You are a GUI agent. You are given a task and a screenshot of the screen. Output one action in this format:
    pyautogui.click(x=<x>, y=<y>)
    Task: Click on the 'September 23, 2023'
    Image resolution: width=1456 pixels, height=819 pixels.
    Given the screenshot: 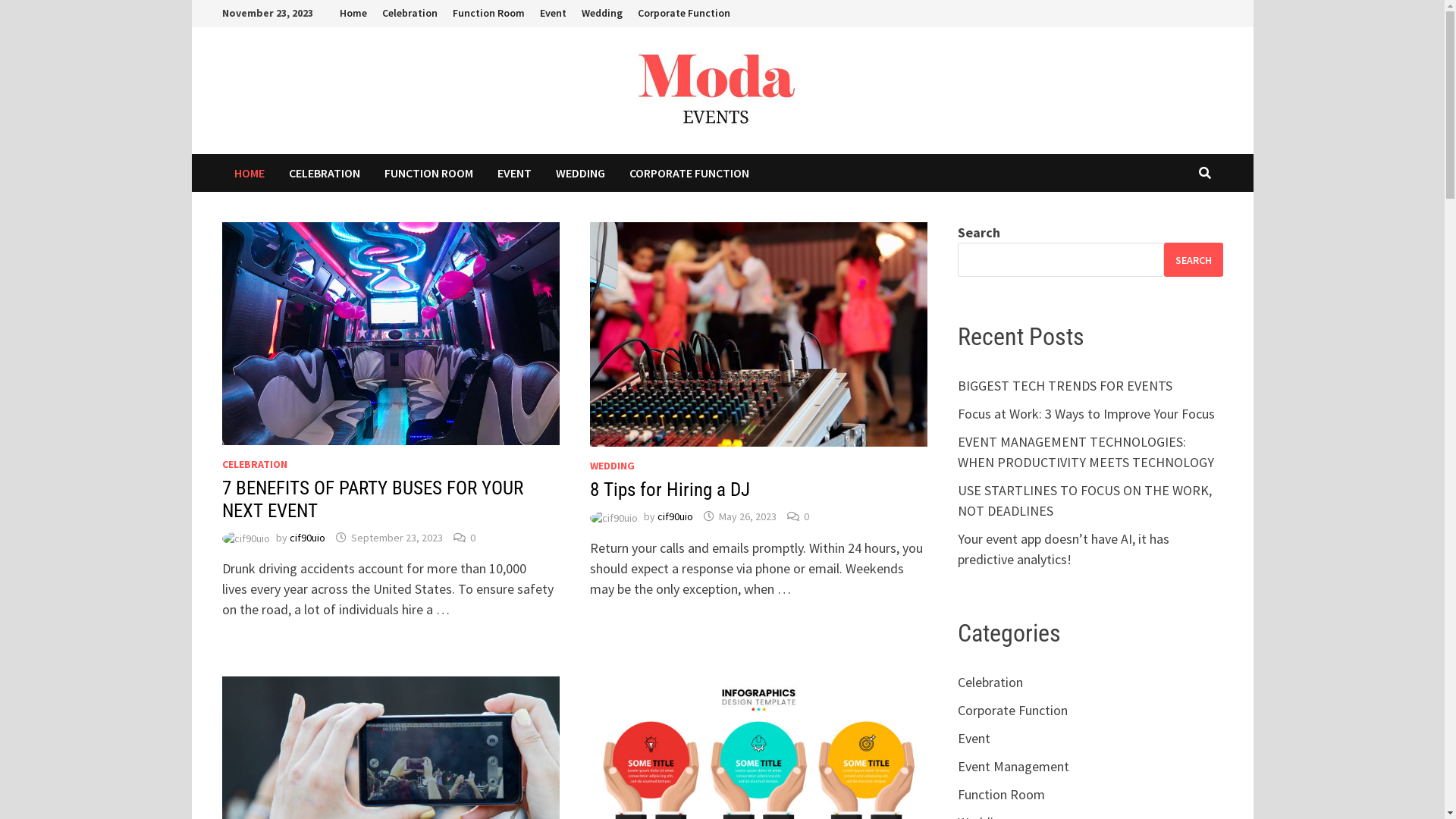 What is the action you would take?
    pyautogui.click(x=349, y=537)
    